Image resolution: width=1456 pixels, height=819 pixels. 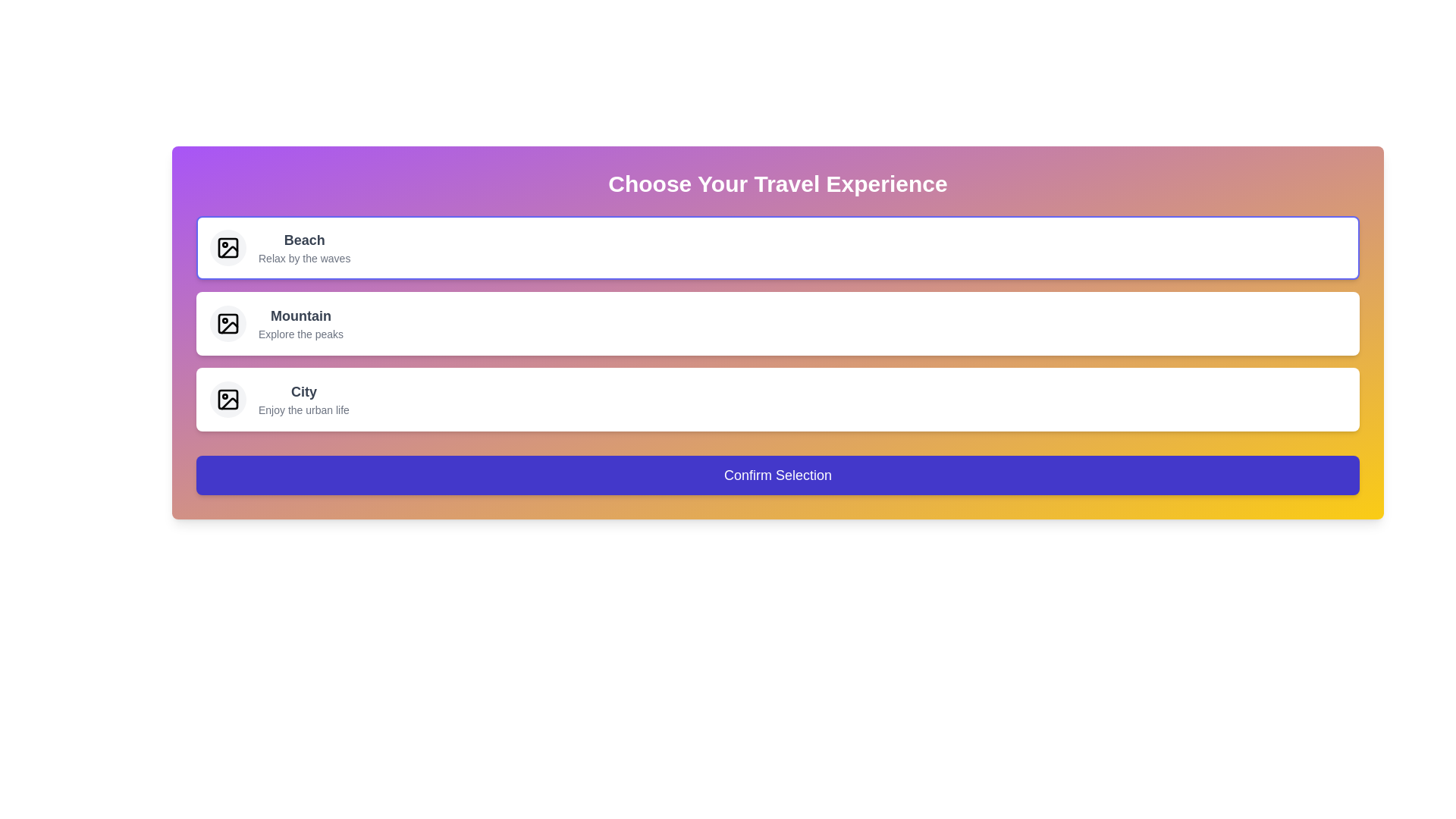 I want to click on the rounded rectangle graphical component associated with the list item titled 'City: Enjoy the urban life.', so click(x=227, y=399).